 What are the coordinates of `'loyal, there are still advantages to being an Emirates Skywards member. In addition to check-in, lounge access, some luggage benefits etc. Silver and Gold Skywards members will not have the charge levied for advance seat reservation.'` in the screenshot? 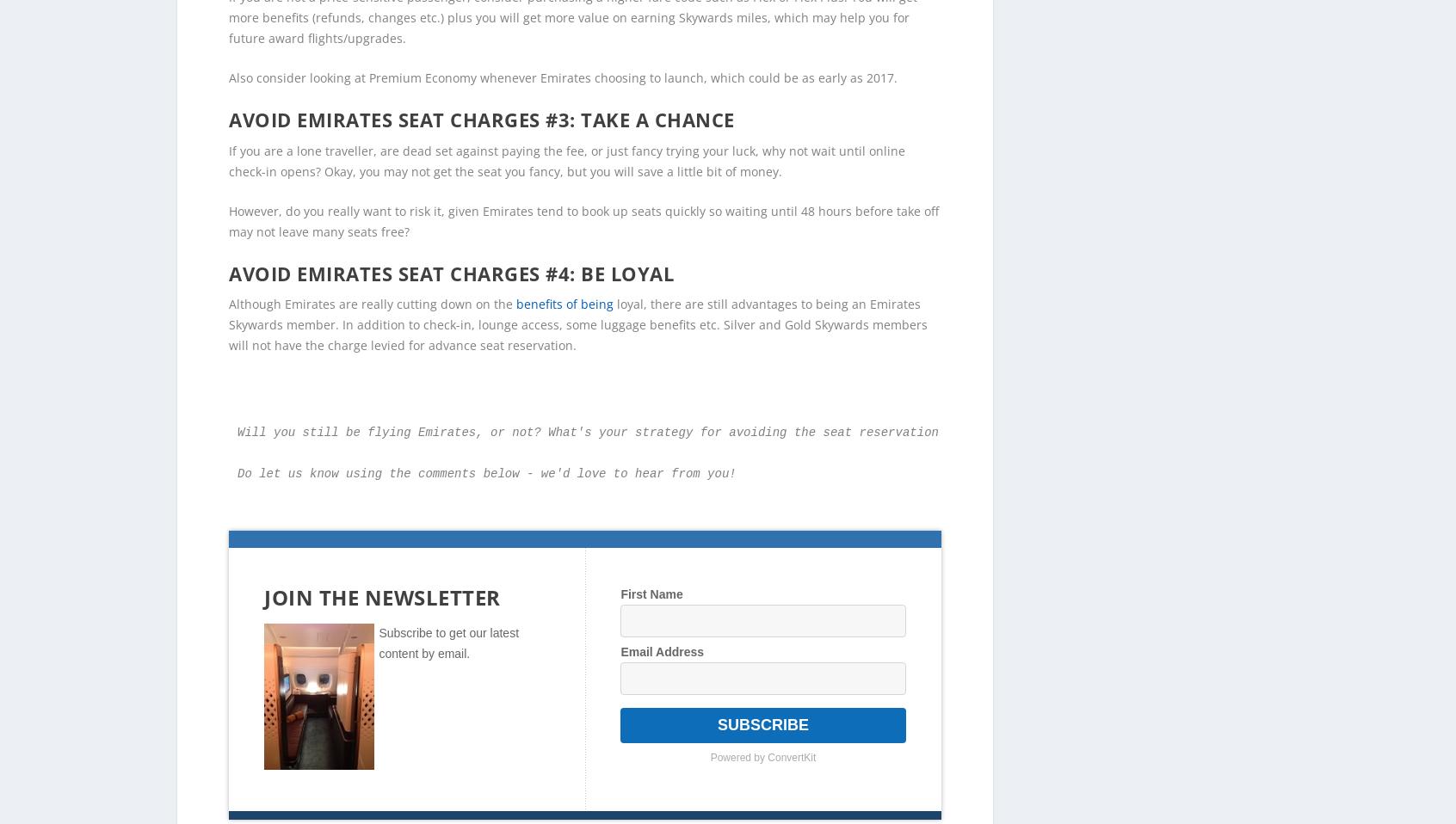 It's located at (578, 295).